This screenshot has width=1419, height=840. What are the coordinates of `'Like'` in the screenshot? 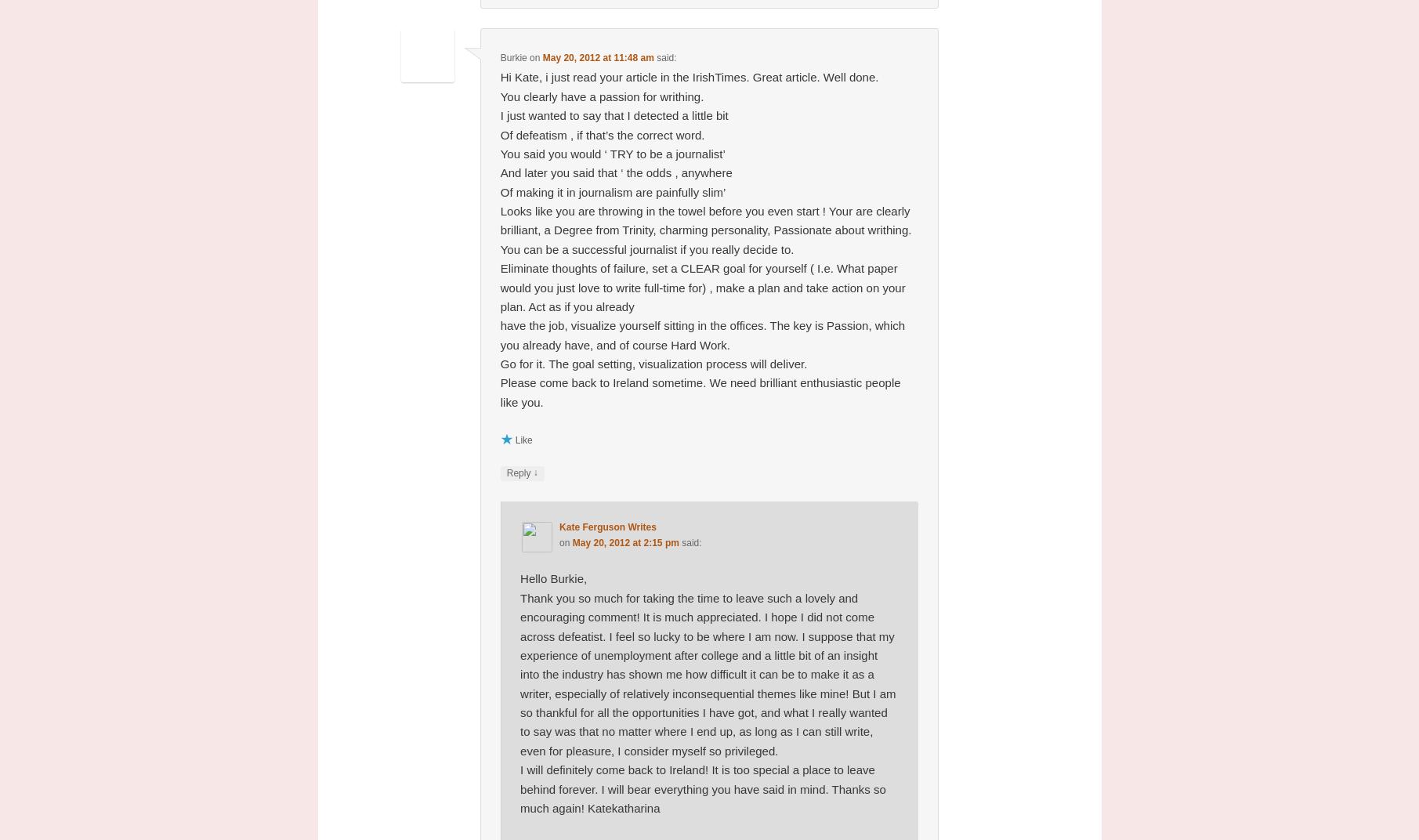 It's located at (515, 438).